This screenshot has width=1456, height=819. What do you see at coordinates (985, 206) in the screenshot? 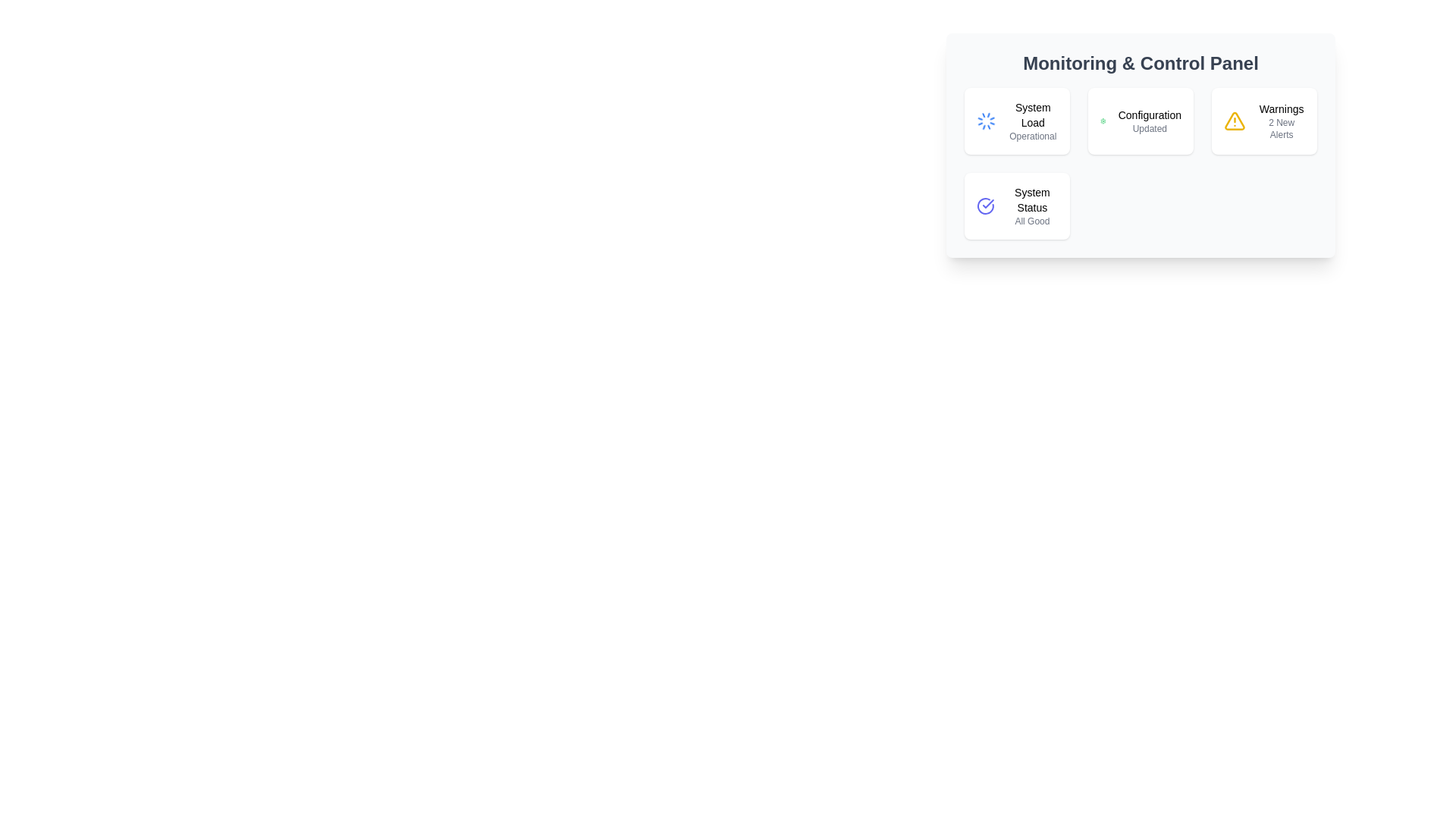
I see `the circular graphical icon with a checkmark in the center, located in the 'Monitoring & Control Panel' under the 'System Status' label` at bounding box center [985, 206].